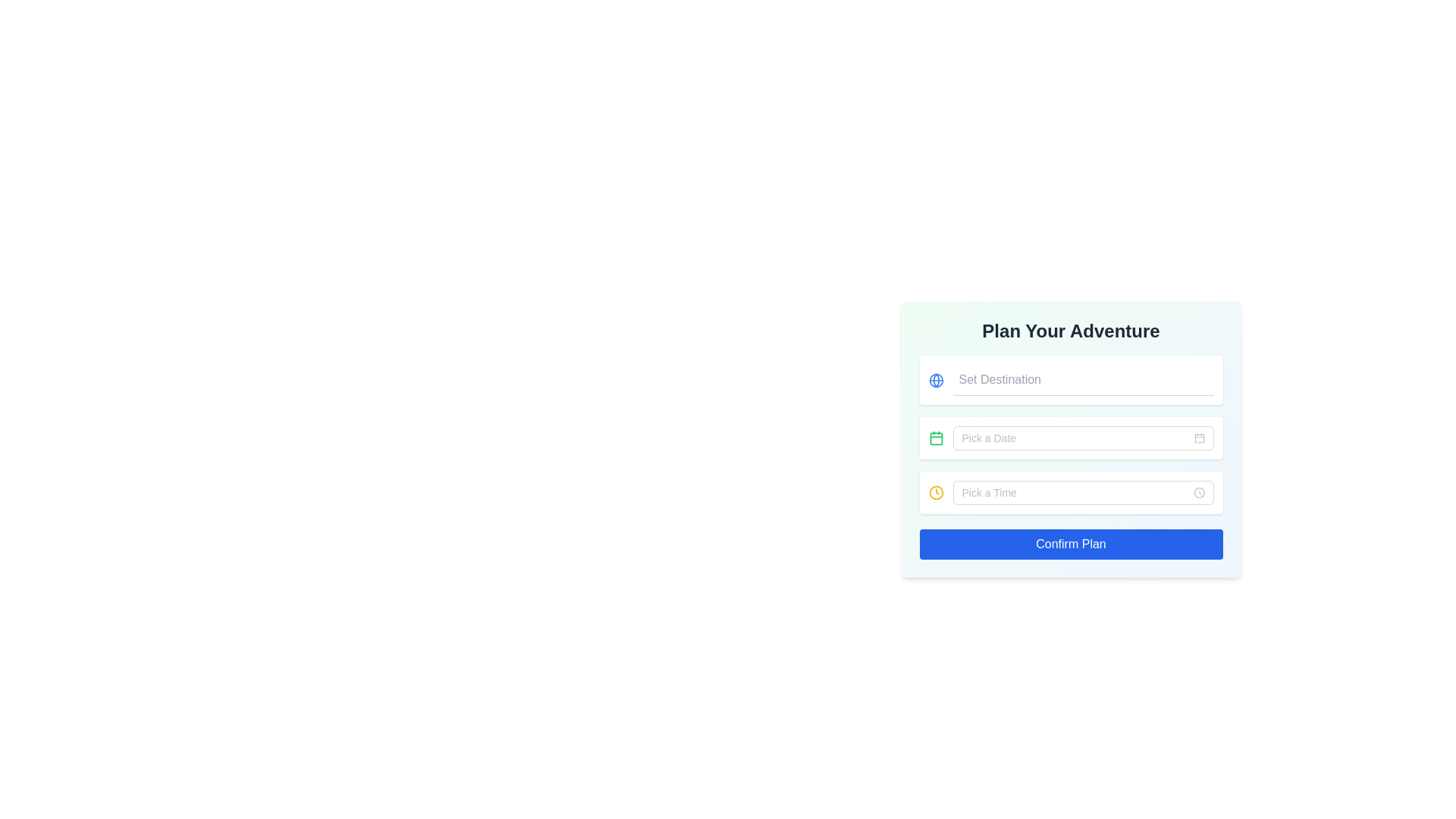 The width and height of the screenshot is (1456, 819). Describe the element at coordinates (935, 493) in the screenshot. I see `the SVG circle element with a thin yellow border and transparent fill, which is part of the time selection icon located to the left of the 'Pick a Time' input field` at that location.